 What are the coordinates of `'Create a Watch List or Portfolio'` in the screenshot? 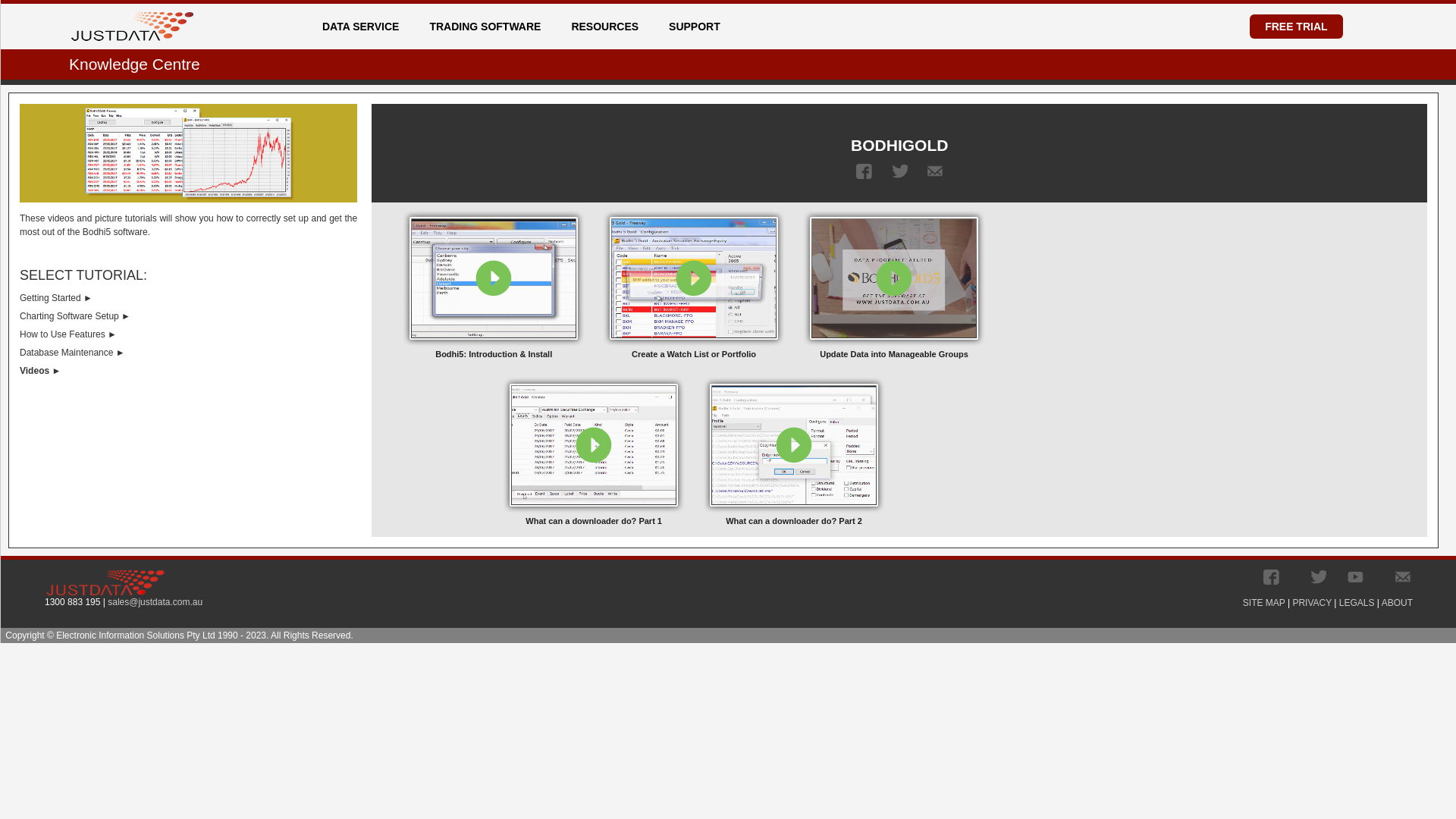 It's located at (693, 286).